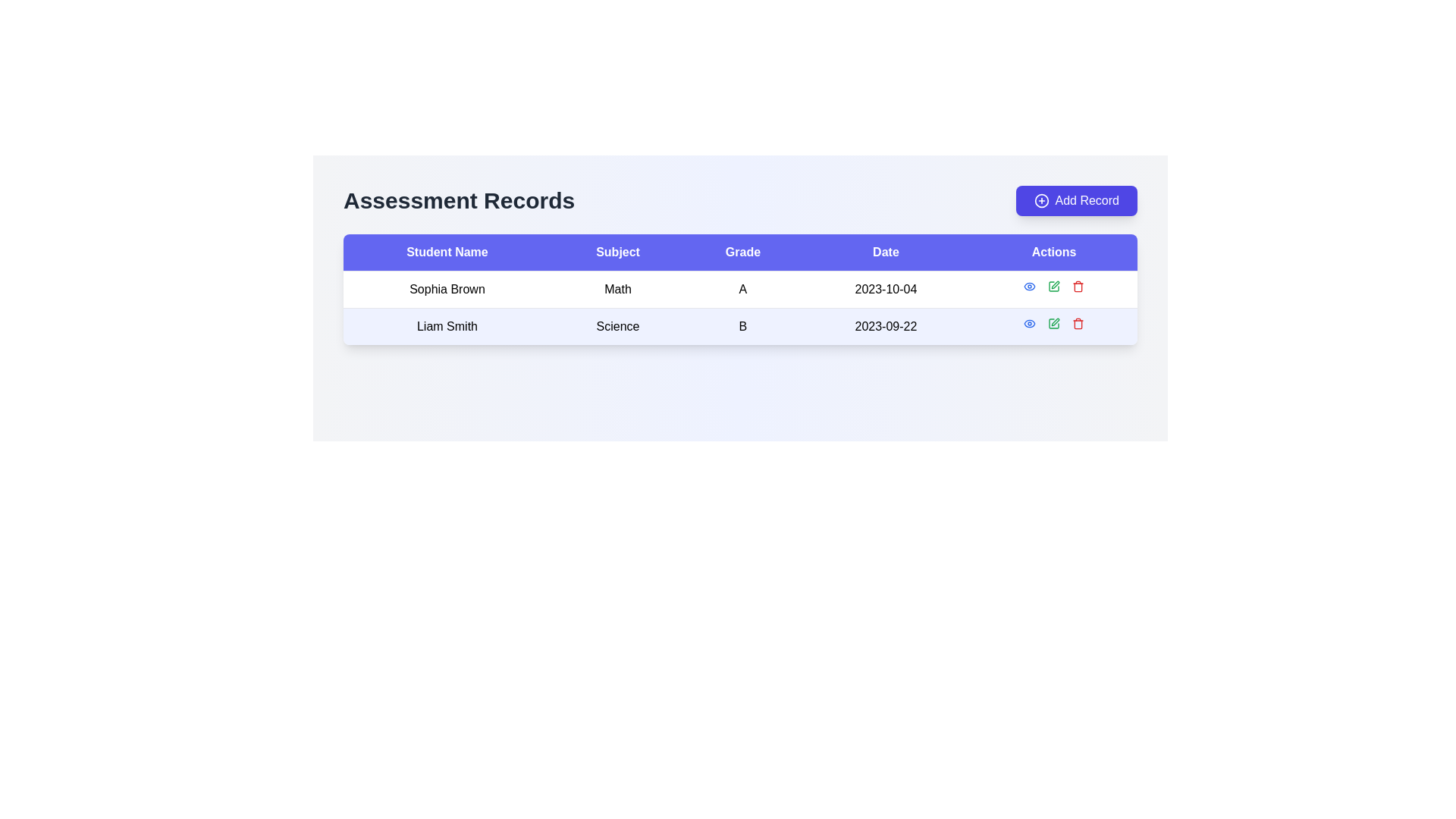 This screenshot has height=819, width=1456. I want to click on the 'Add Record' button with a blue background and white text, so click(1075, 200).